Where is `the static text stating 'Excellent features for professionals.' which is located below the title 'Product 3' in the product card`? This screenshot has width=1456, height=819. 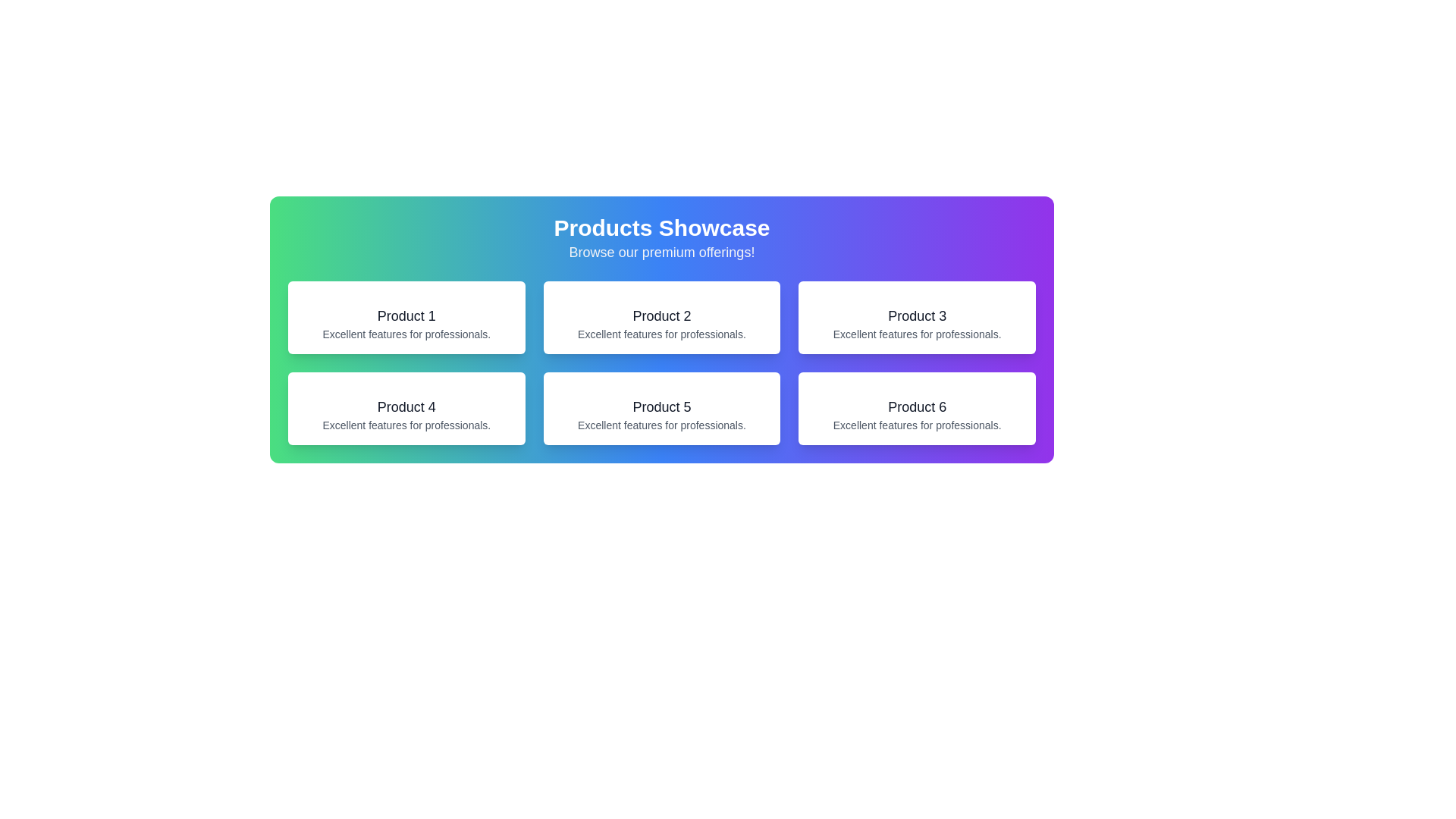 the static text stating 'Excellent features for professionals.' which is located below the title 'Product 3' in the product card is located at coordinates (916, 333).